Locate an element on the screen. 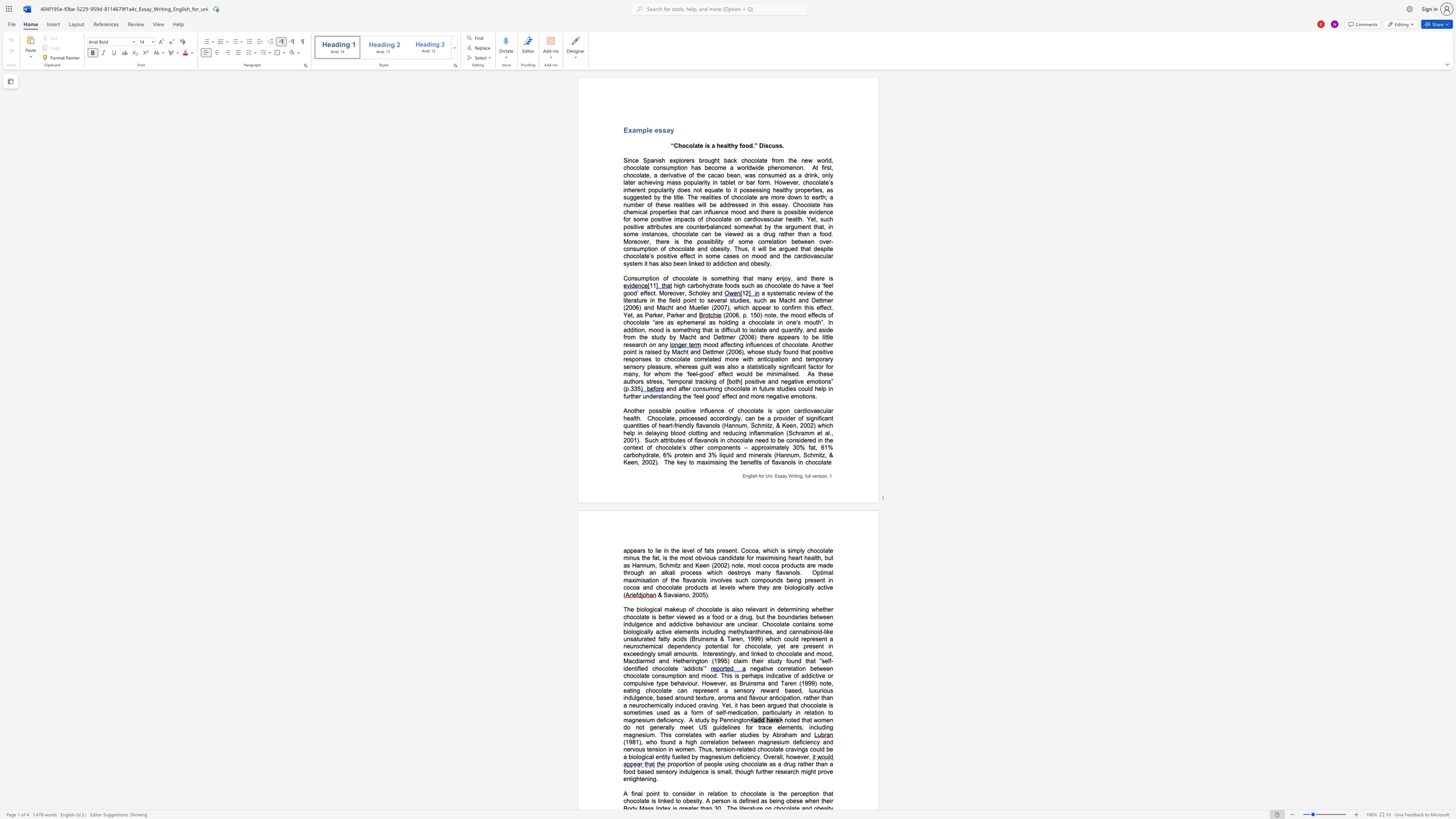 The height and width of the screenshot is (819, 1456). the subset text "gnesium. This correlates with earlier" within the text "US guidelines for trace elements, including magnesium. This correlates with earlier studies by Abraham and" is located at coordinates (632, 734).